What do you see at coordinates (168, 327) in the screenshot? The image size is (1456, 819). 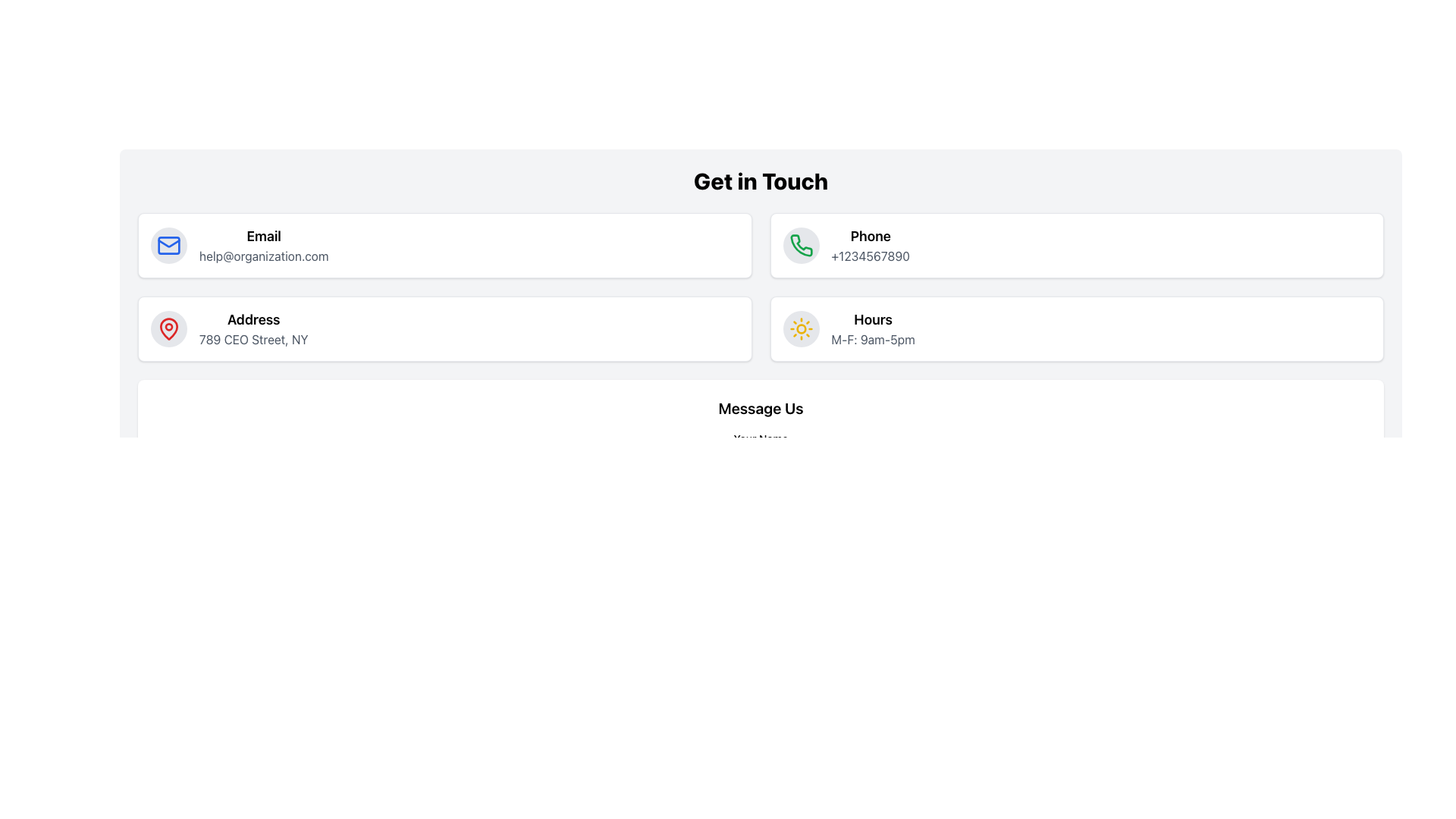 I see `the red-colored map pin icon, which is an SVG graphic located in the 'Address' section of the page, directly below the 'Email' section, and to the left of the 'Address' text` at bounding box center [168, 327].